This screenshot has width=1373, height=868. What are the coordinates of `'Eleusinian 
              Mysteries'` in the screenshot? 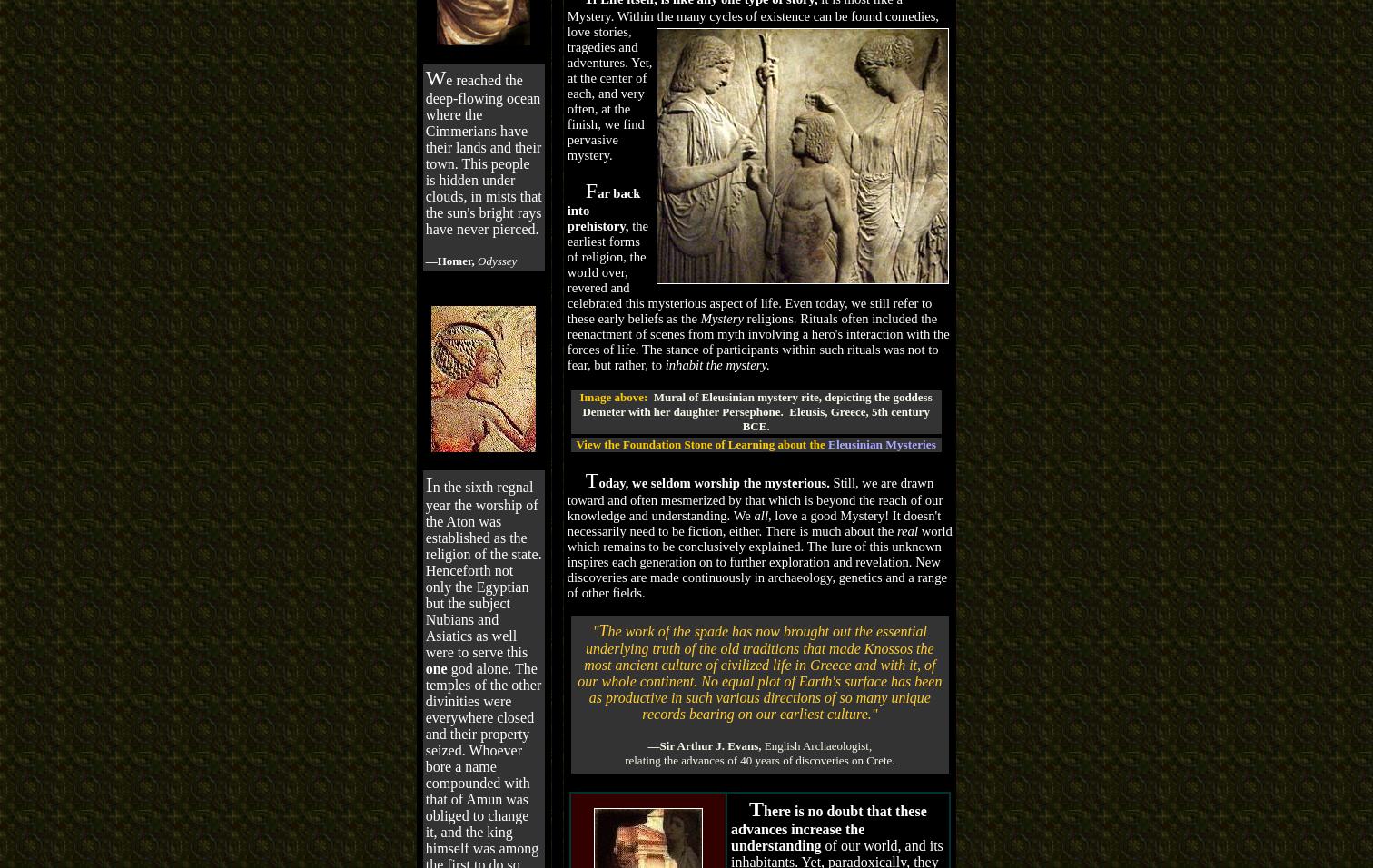 It's located at (882, 442).